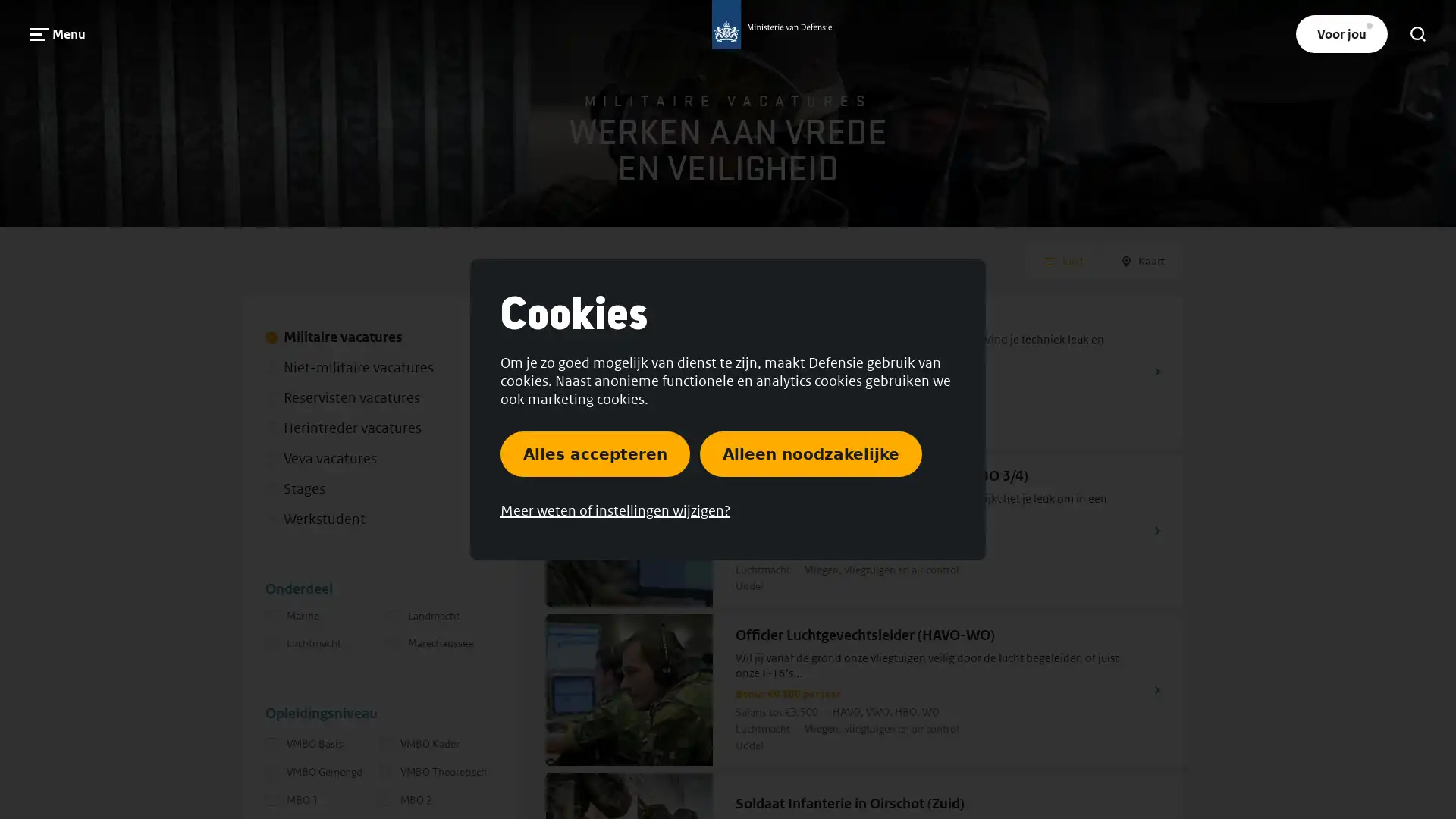 This screenshot has width=1456, height=819. I want to click on Zoeken openen, so click(1417, 34).